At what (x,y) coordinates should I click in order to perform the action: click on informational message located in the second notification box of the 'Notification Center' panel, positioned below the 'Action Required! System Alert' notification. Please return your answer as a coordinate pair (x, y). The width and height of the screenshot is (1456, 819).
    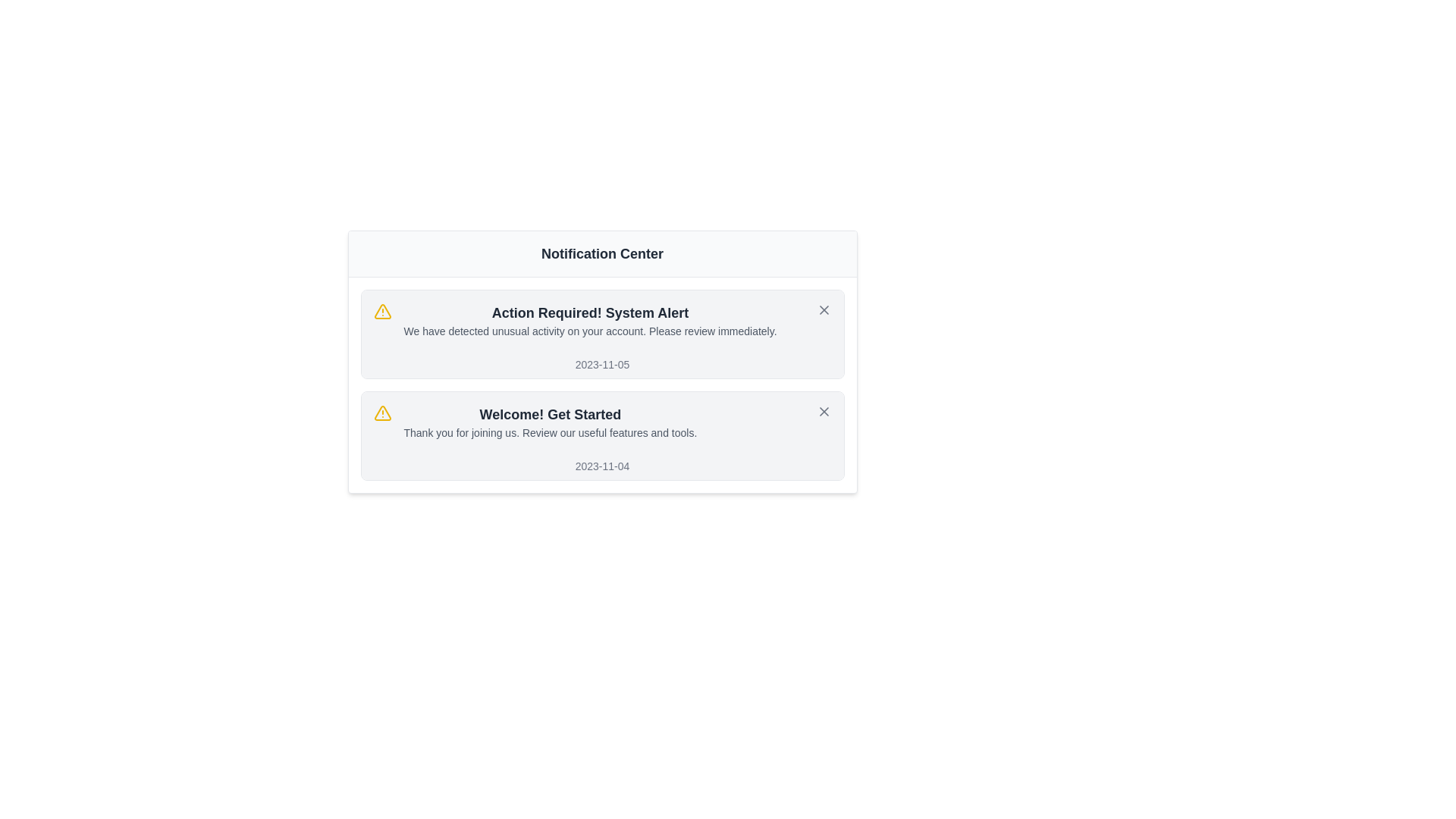
    Looking at the image, I should click on (549, 422).